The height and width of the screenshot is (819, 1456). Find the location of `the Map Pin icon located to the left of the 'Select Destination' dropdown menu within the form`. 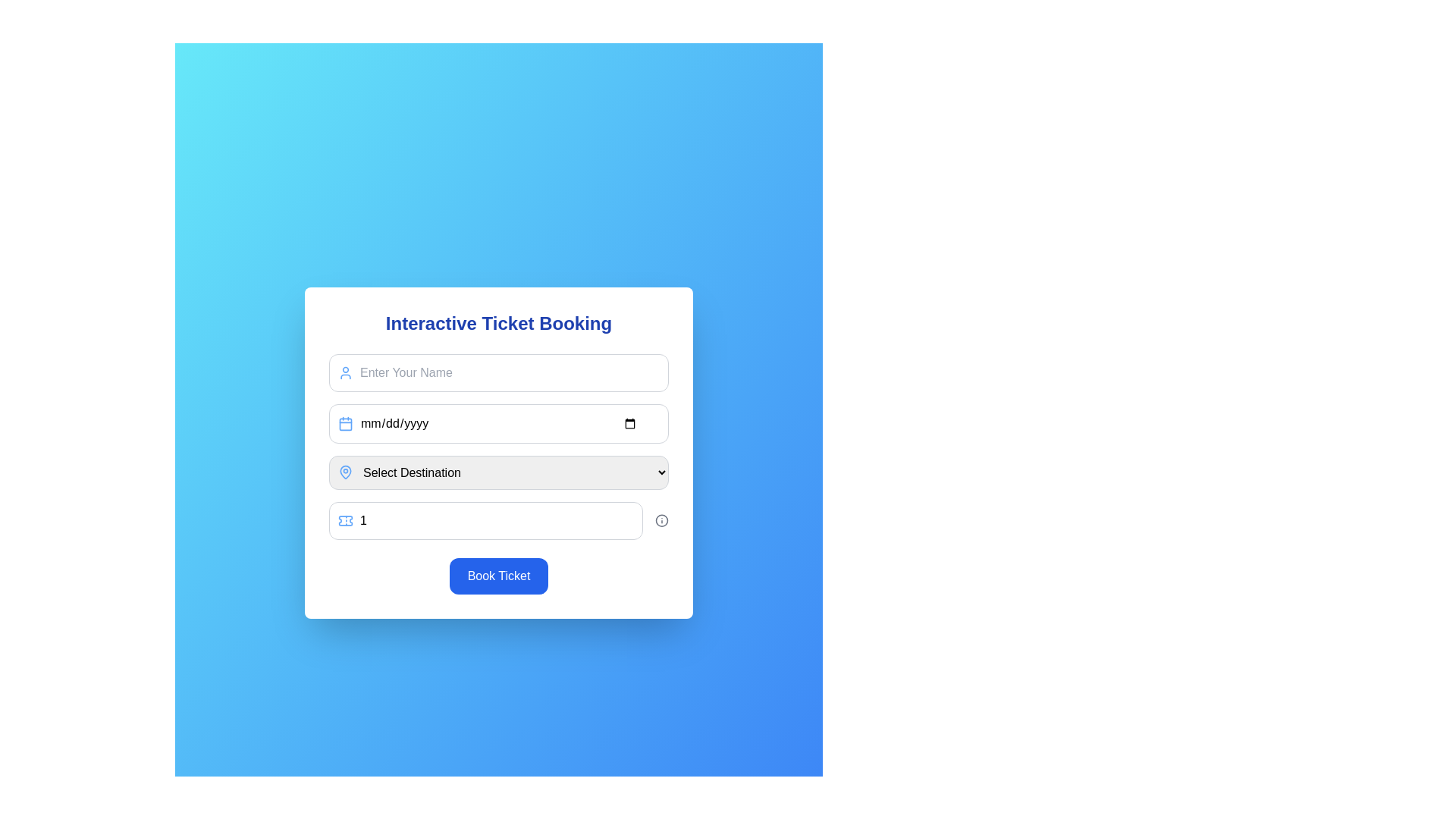

the Map Pin icon located to the left of the 'Select Destination' dropdown menu within the form is located at coordinates (345, 472).